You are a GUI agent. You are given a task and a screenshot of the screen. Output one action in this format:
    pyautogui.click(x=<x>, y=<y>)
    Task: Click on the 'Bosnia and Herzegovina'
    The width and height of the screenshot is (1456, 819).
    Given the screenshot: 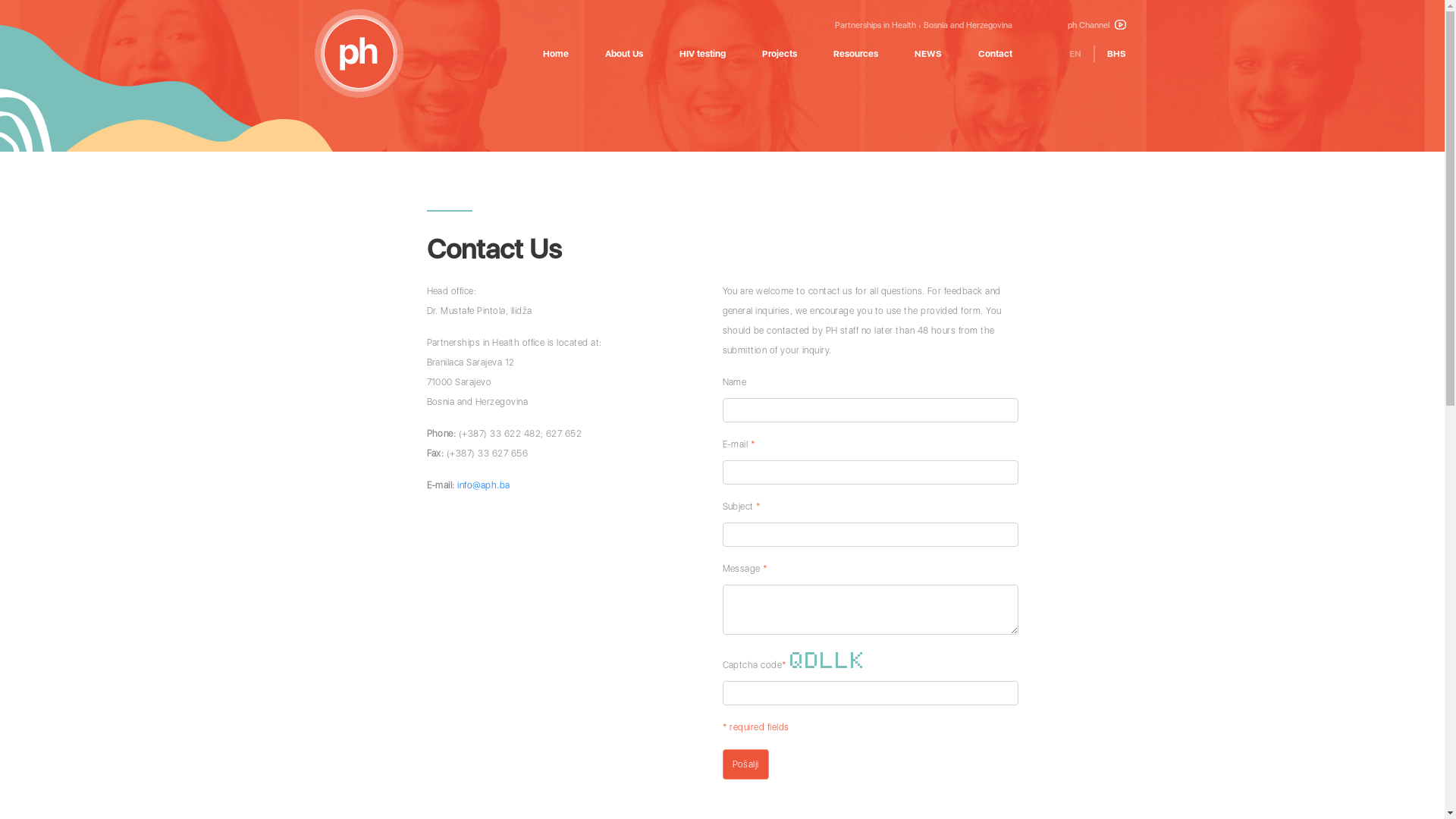 What is the action you would take?
    pyautogui.click(x=967, y=25)
    